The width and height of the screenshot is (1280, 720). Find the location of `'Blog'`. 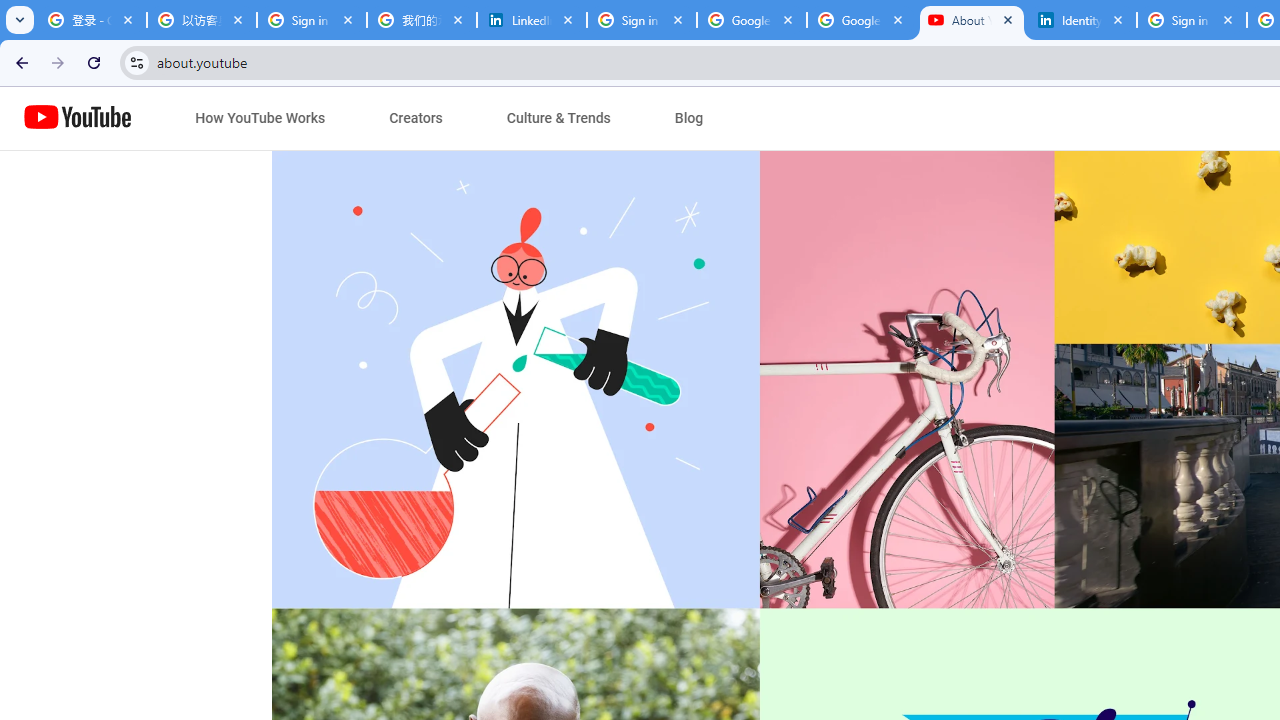

'Blog' is located at coordinates (689, 118).